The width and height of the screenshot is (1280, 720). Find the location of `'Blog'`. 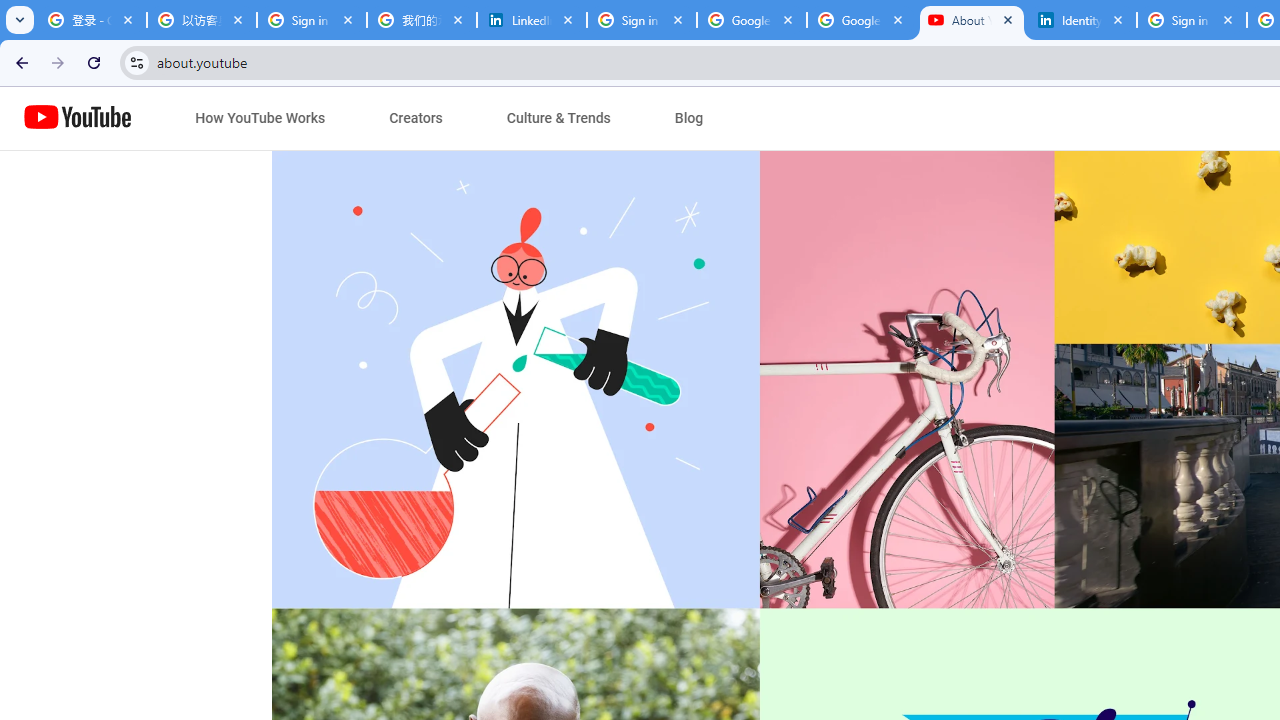

'Blog' is located at coordinates (689, 118).